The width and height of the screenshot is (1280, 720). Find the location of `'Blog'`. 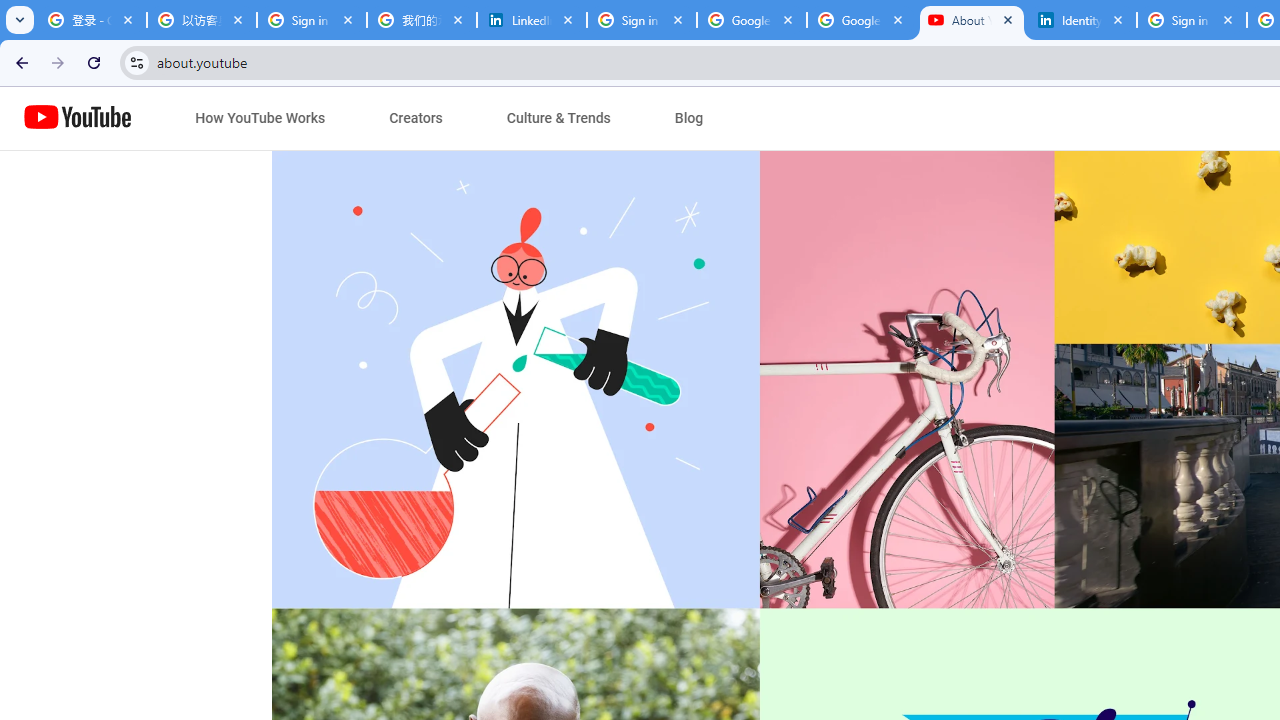

'Blog' is located at coordinates (689, 118).